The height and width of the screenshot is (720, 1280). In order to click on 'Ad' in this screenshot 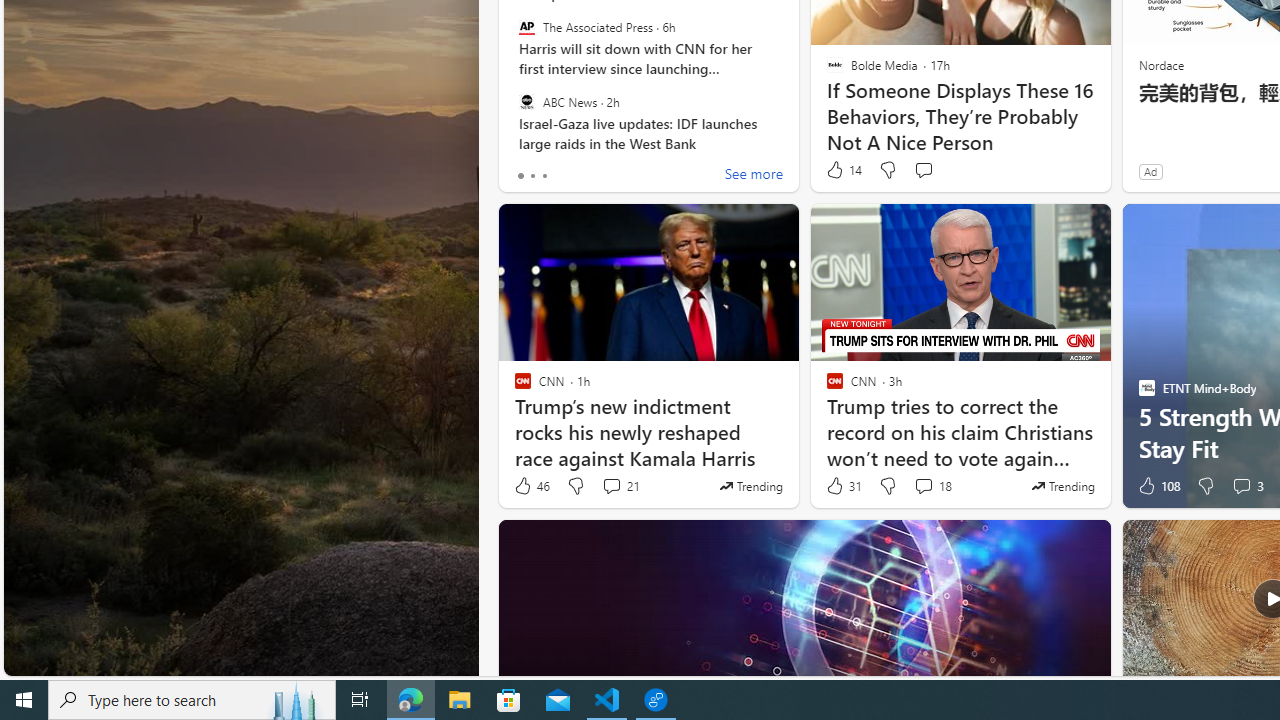, I will do `click(1150, 170)`.